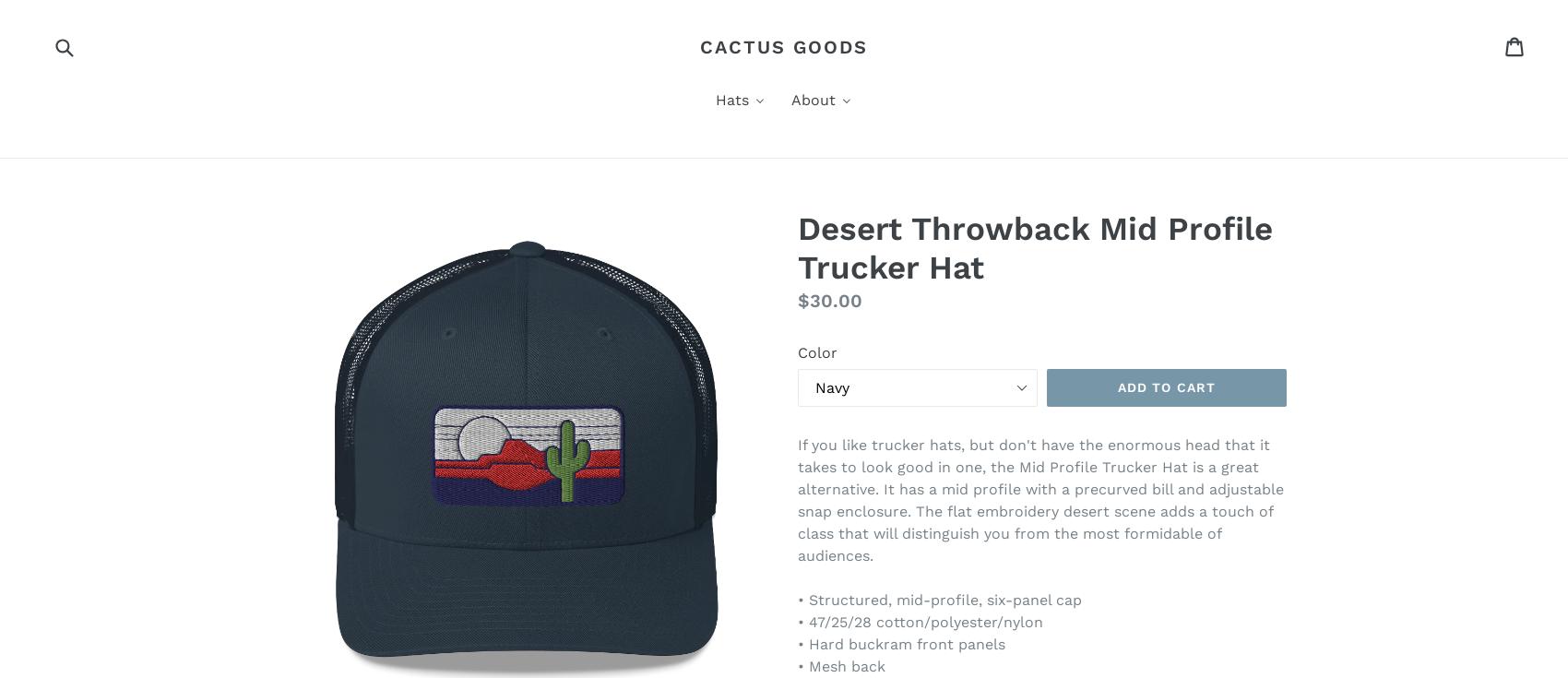 The image size is (1568, 678). I want to click on 'Hats', so click(731, 99).